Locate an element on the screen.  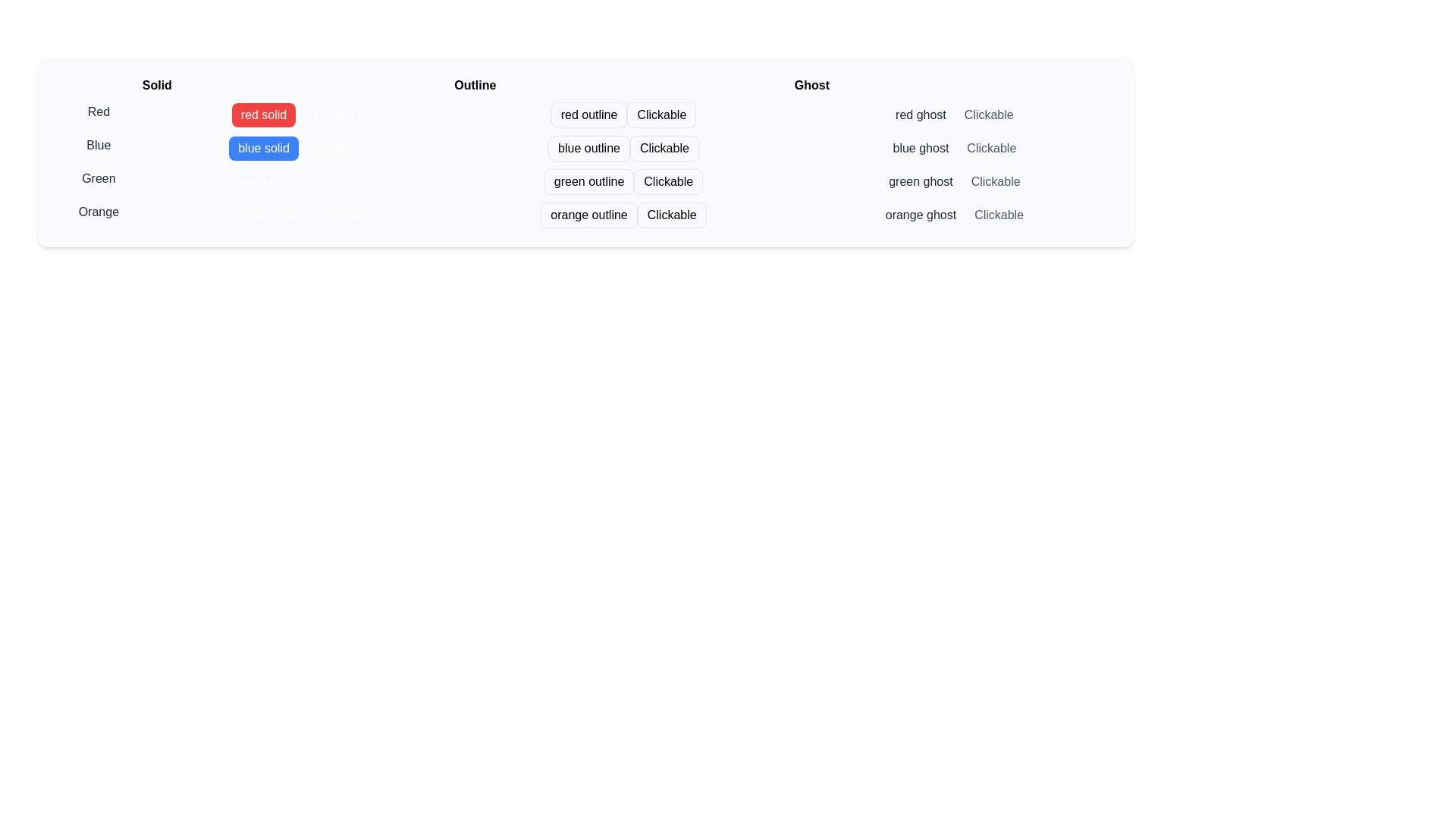
the text label displaying the word 'Clickable' in gray, located in the 'Ghost' column of the tabular layout, next to the 'green ghost' label is located at coordinates (996, 180).